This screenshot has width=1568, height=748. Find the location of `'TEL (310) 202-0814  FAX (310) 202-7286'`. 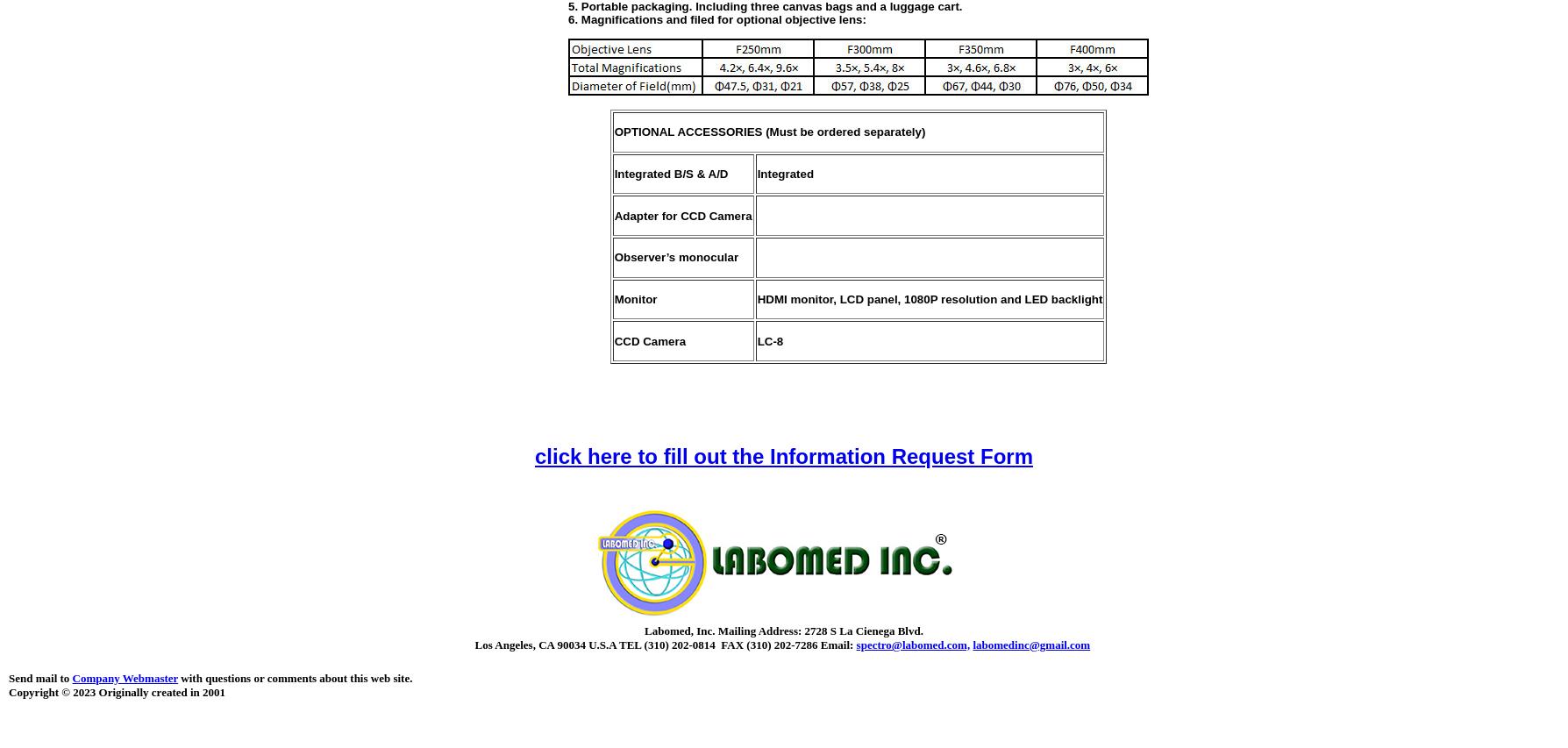

'TEL (310) 202-0814  FAX (310) 202-7286' is located at coordinates (618, 643).